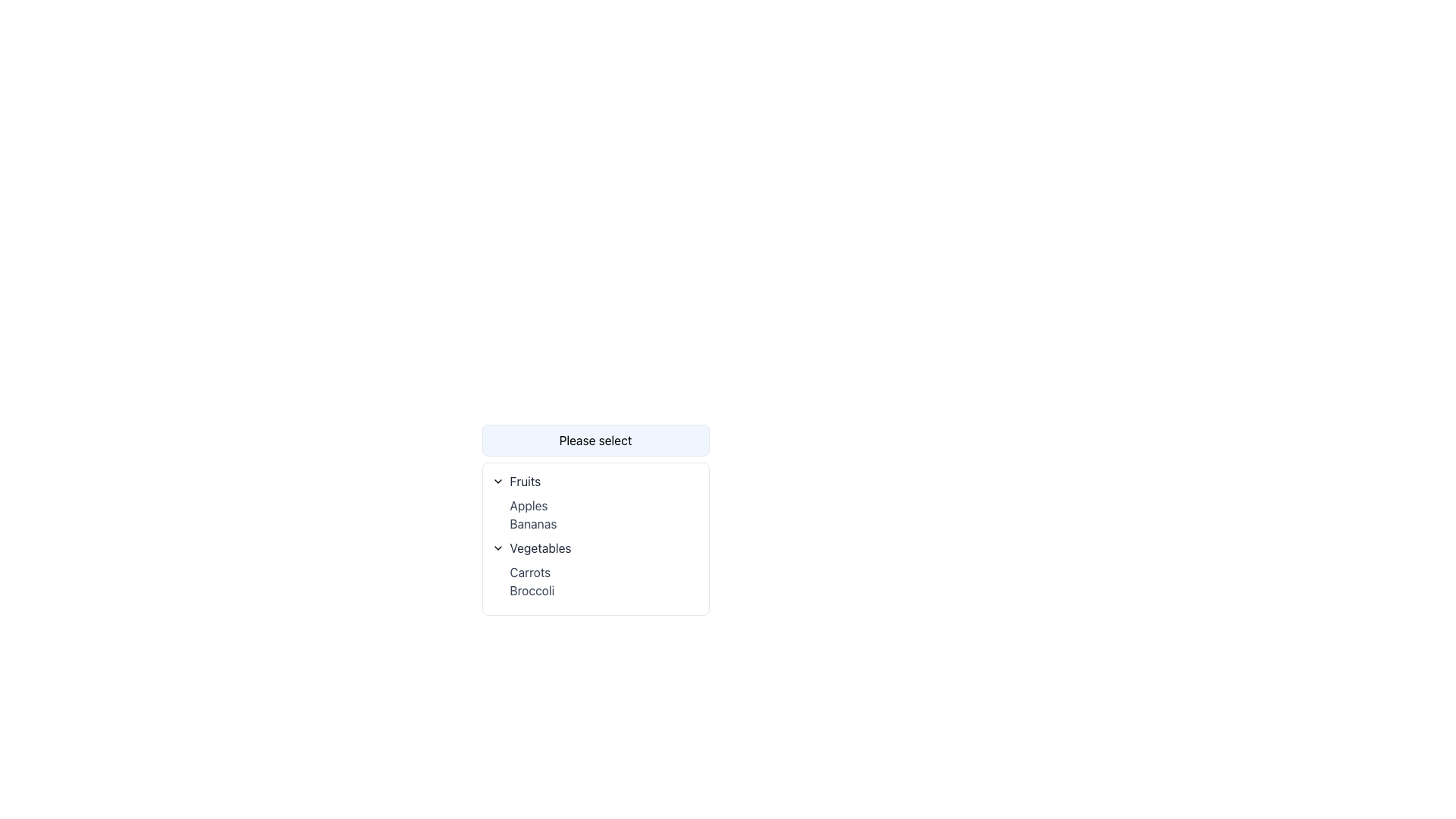 This screenshot has width=1456, height=819. What do you see at coordinates (540, 548) in the screenshot?
I see `on the 'Vegetables' text label located in the dropdown menu, styled in dark gray, positioned between 'Fruits' and 'Carrots'` at bounding box center [540, 548].